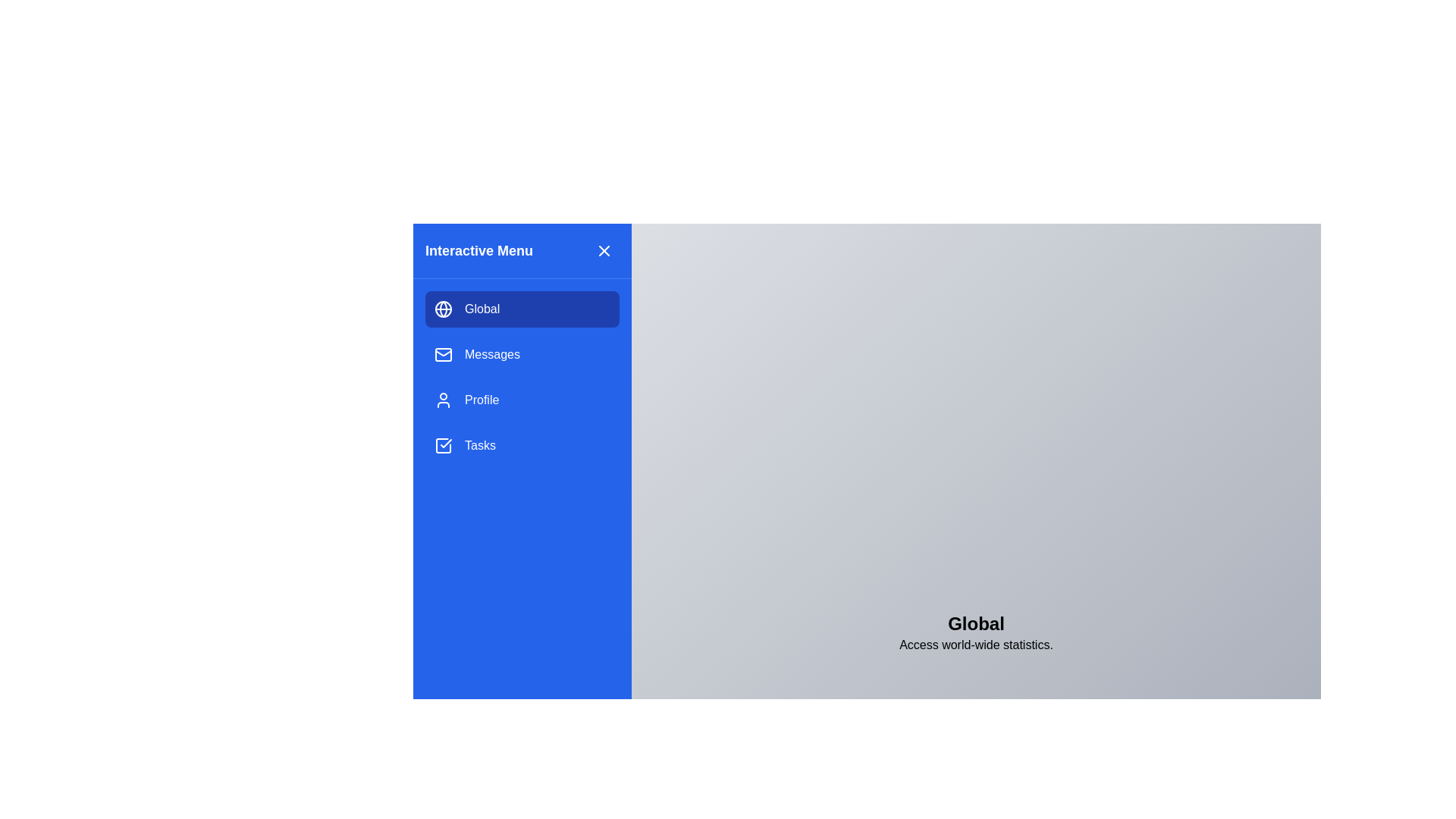  I want to click on the static label located in the top-left corner of the blue sidebar, which serves as a title or heading for the area and is positioned to the left of the close button, so click(479, 250).